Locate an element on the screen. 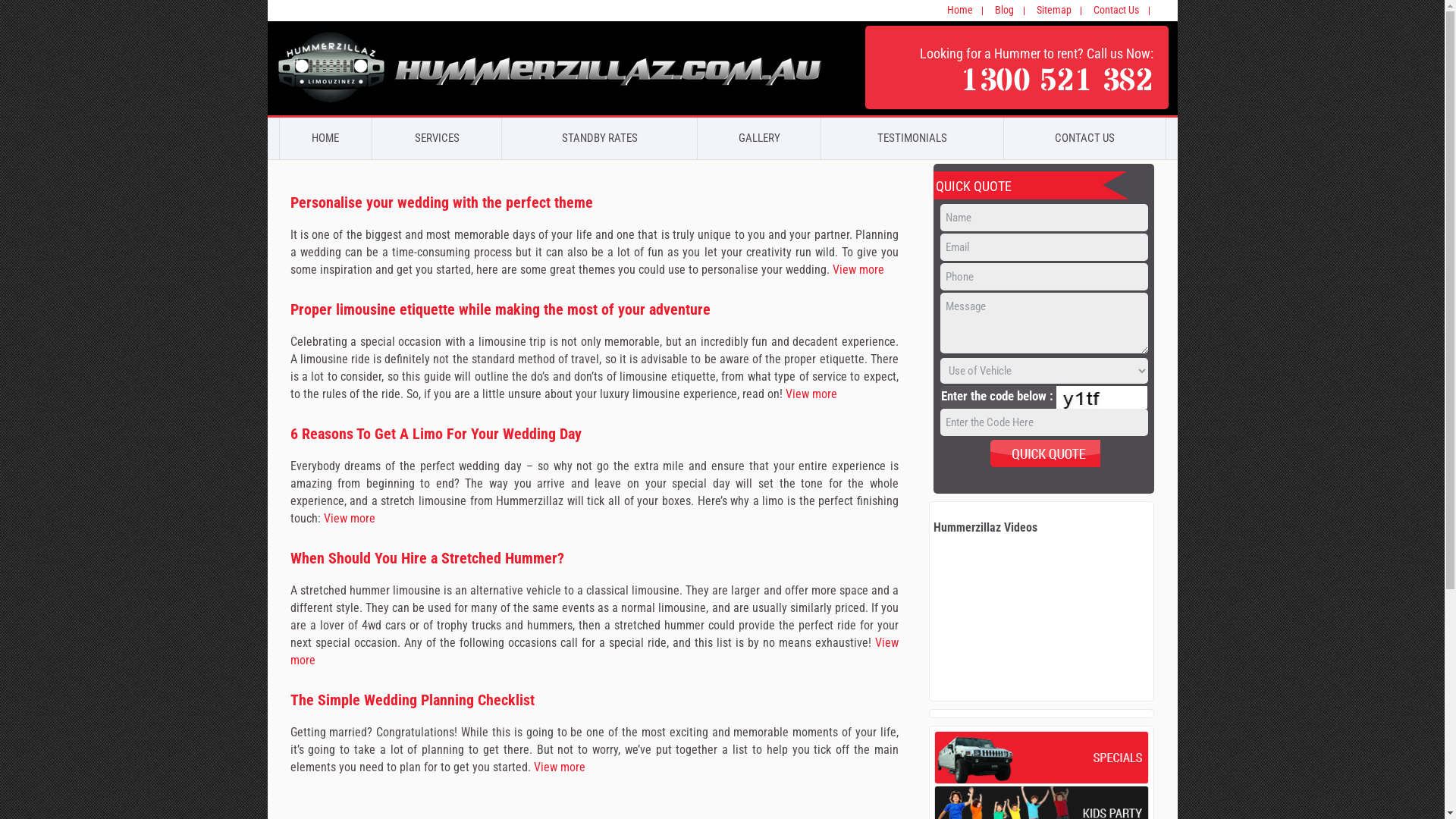 The width and height of the screenshot is (1456, 819). 'Blog' is located at coordinates (1004, 9).